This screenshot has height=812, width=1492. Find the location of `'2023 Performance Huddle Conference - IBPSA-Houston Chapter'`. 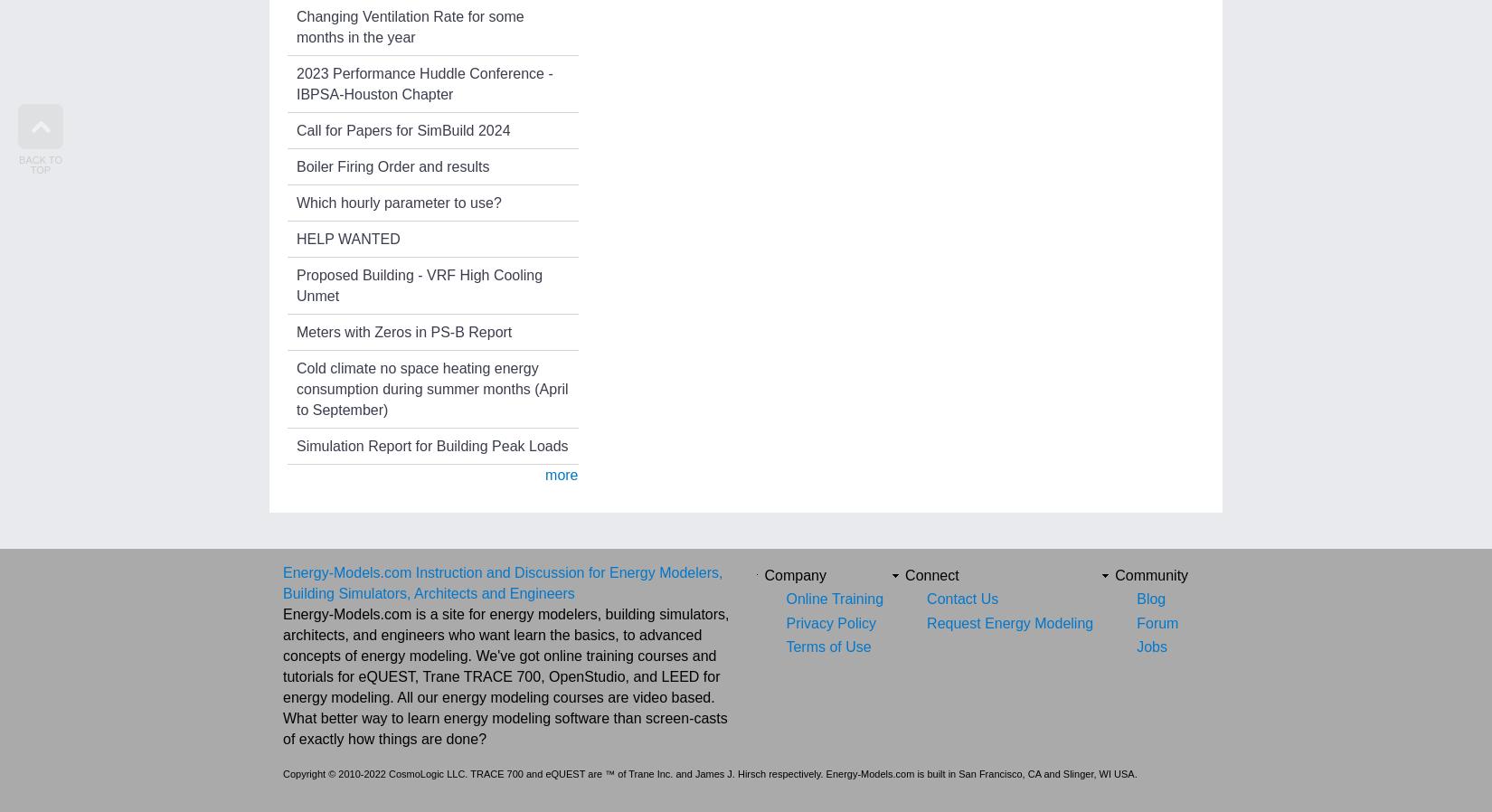

'2023 Performance Huddle Conference - IBPSA-Houston Chapter' is located at coordinates (297, 81).